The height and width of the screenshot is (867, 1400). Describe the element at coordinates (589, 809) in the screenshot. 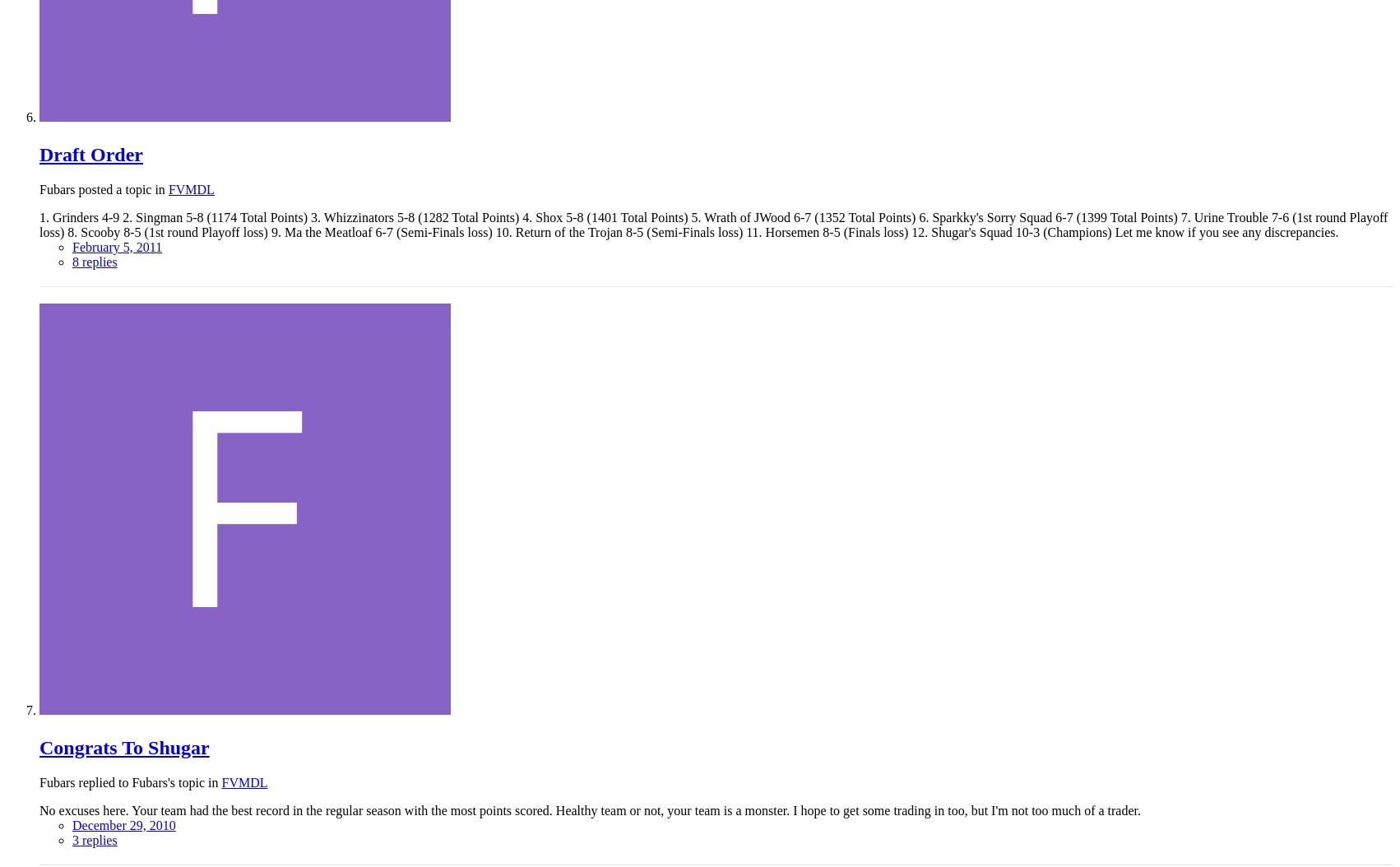

I see `'No excuses here.  Your team had the best record in the regular season with the most points scored.  Healthy team or not, your team is a monster.  I hope to get some trading in too, but I'm not too much of a trader.'` at that location.